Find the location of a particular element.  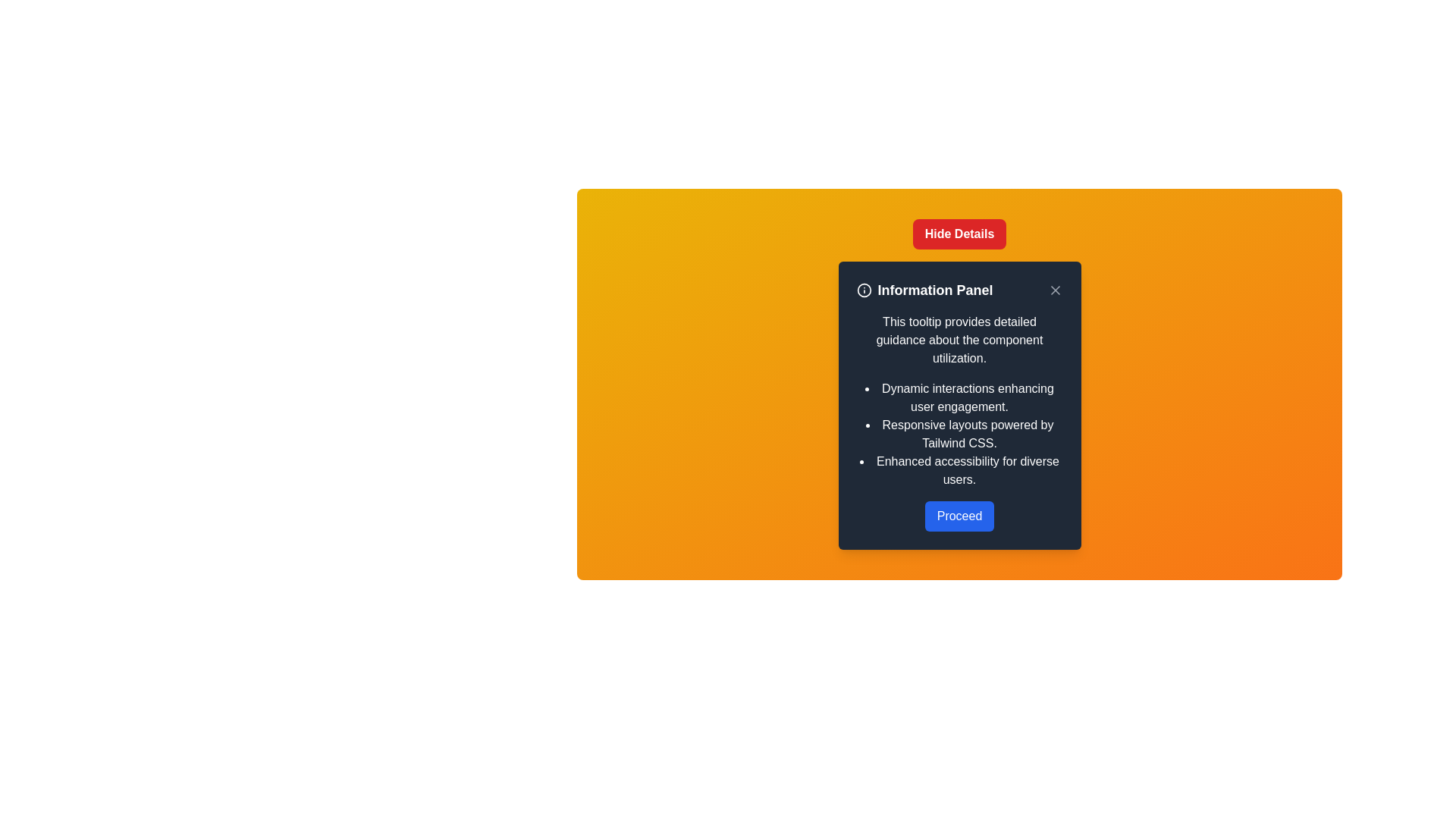

the circular information icon located to the left of the 'Information Panel' text for guidance is located at coordinates (864, 290).